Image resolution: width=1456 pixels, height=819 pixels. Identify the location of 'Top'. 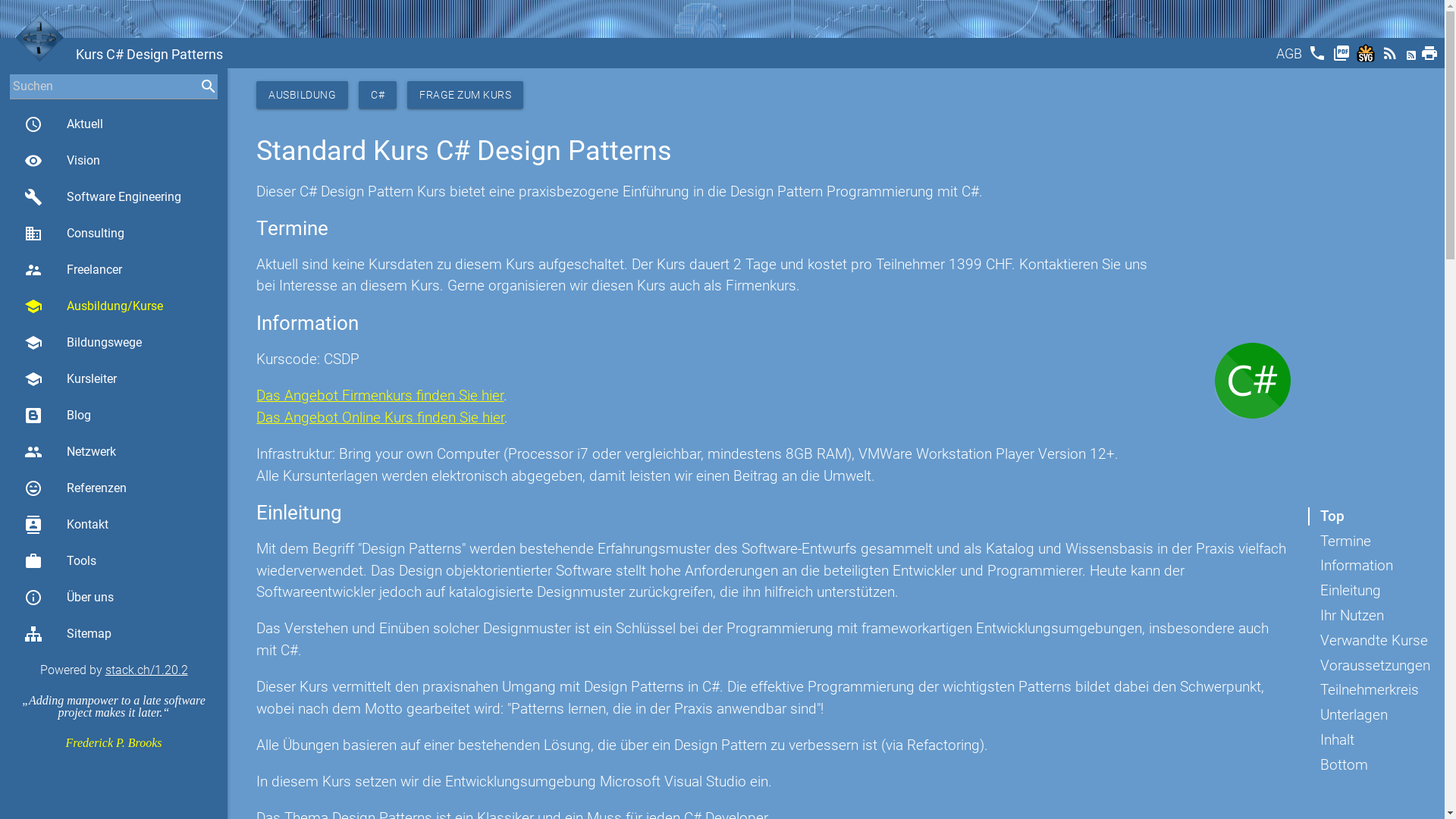
(1325, 516).